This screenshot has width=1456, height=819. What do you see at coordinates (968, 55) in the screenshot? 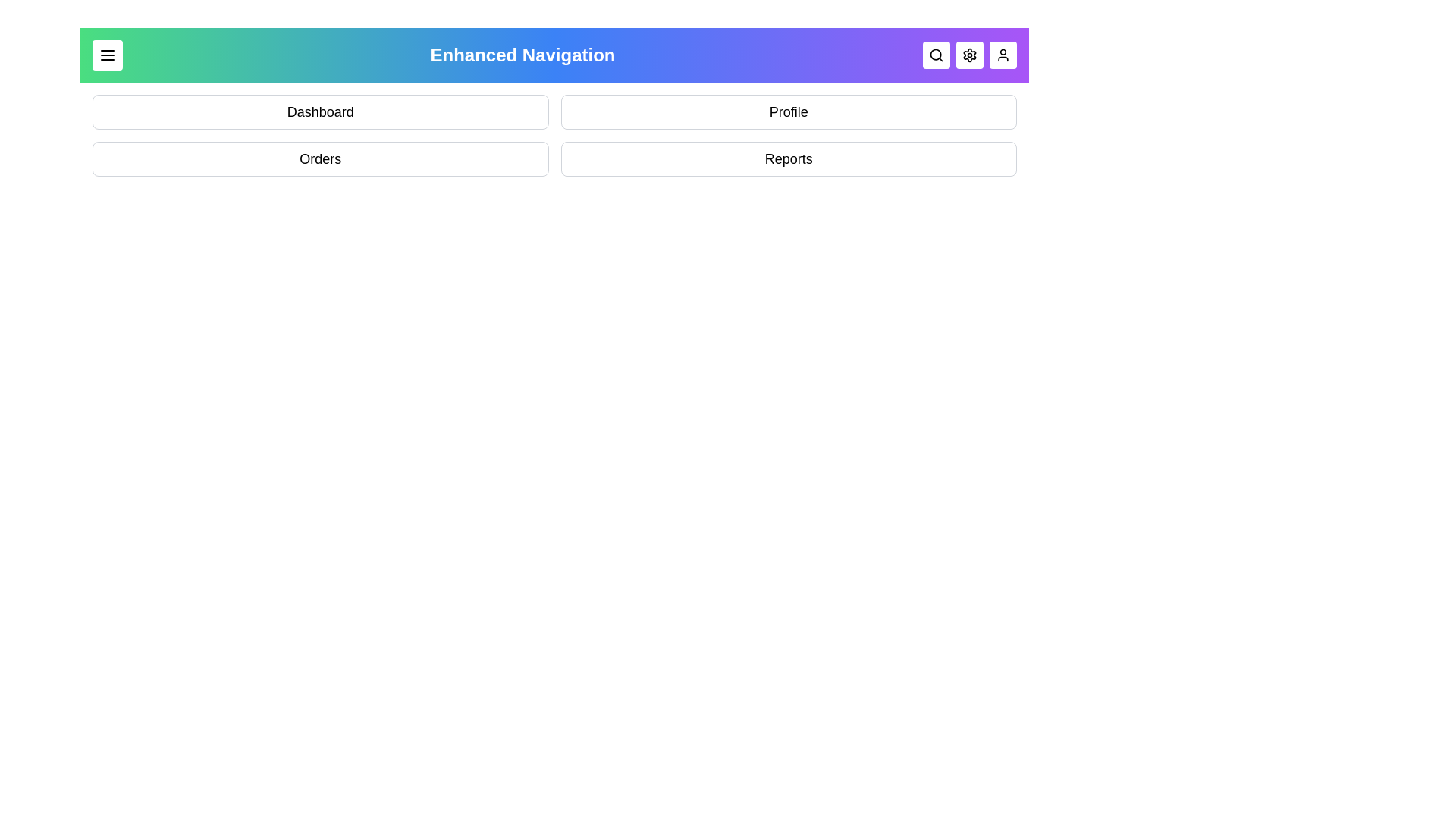
I see `the settings button` at bounding box center [968, 55].